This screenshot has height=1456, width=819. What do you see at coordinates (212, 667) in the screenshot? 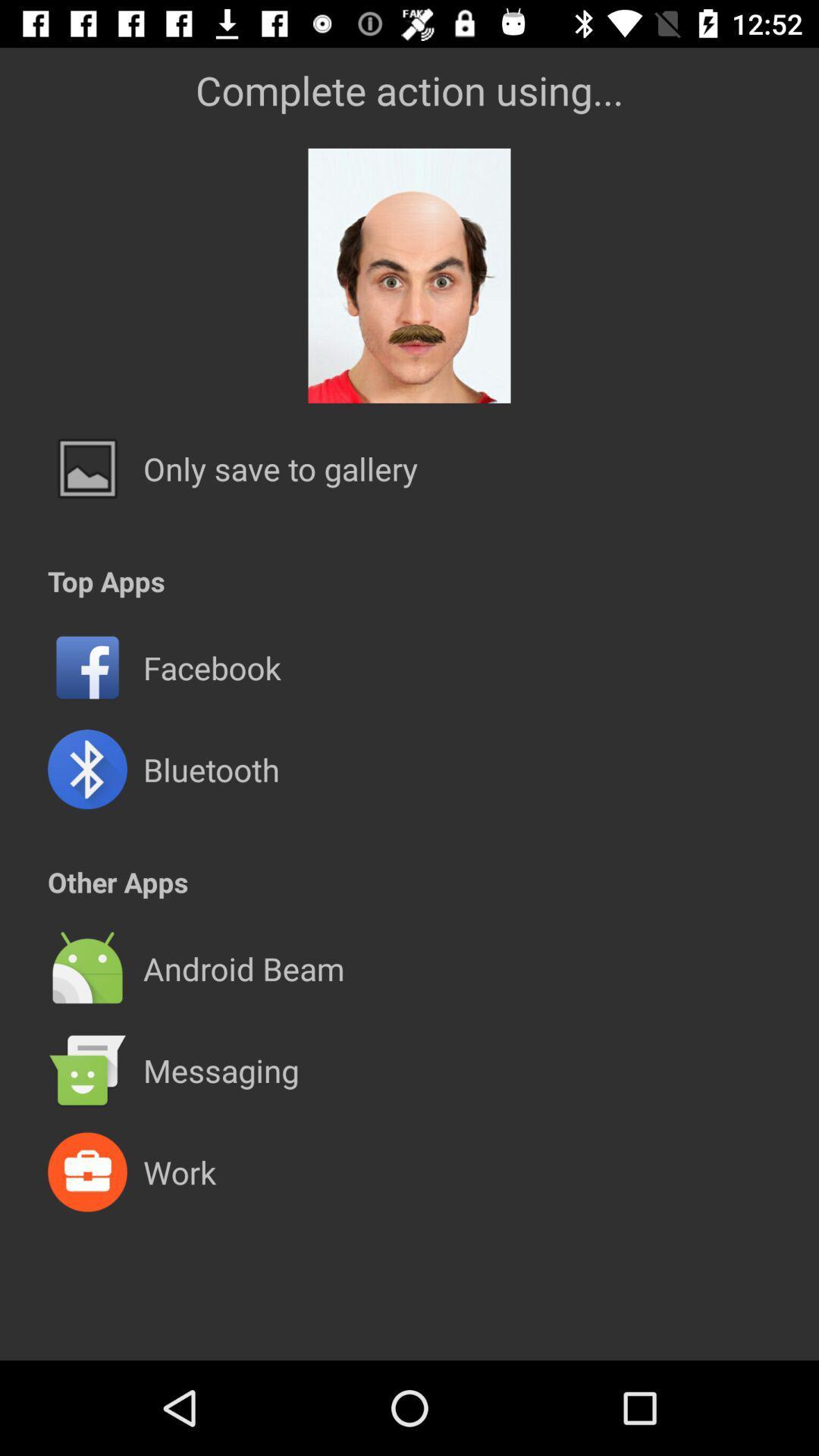
I see `facebook item` at bounding box center [212, 667].